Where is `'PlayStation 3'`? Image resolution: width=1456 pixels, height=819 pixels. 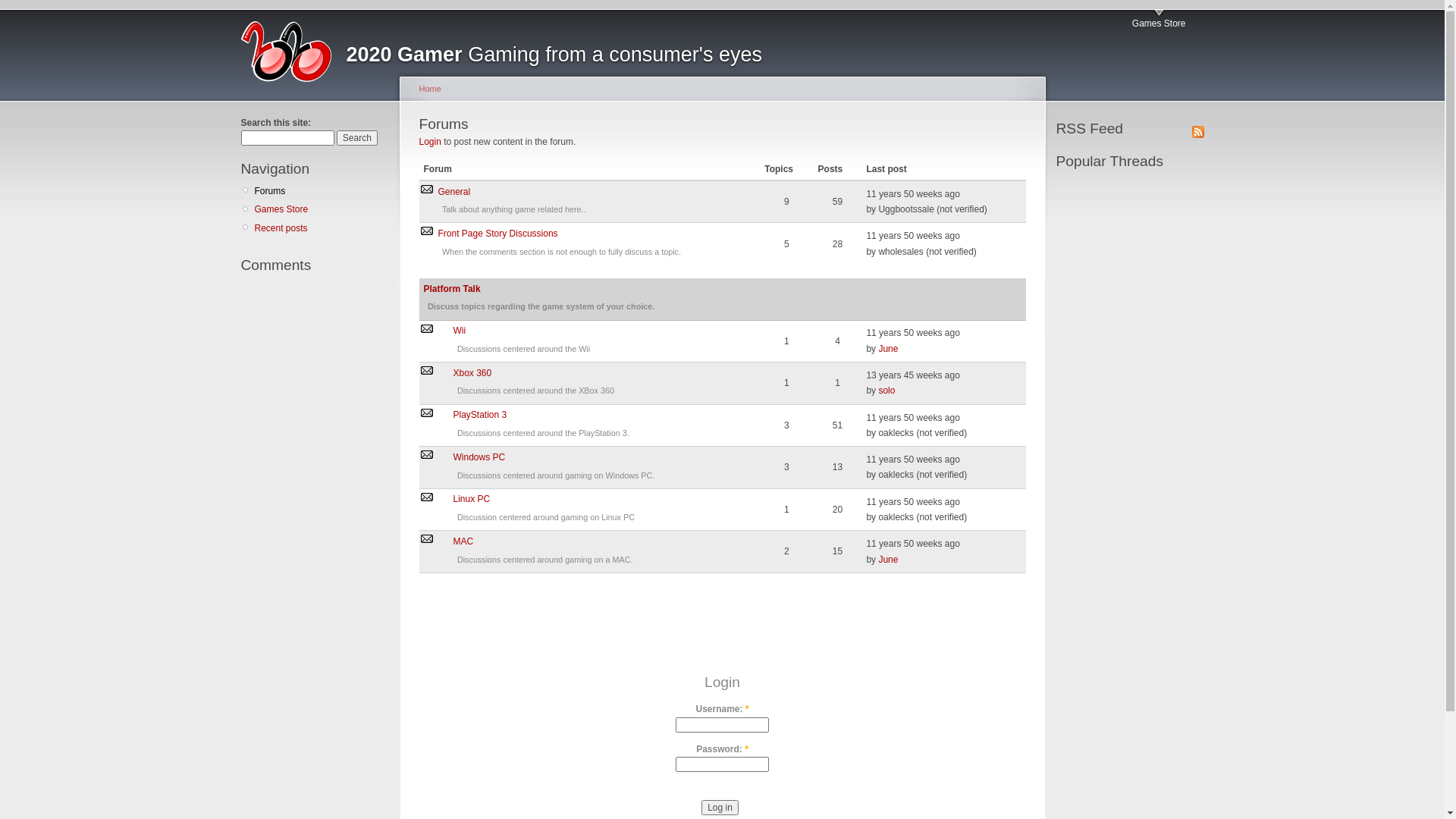
'PlayStation 3' is located at coordinates (479, 415).